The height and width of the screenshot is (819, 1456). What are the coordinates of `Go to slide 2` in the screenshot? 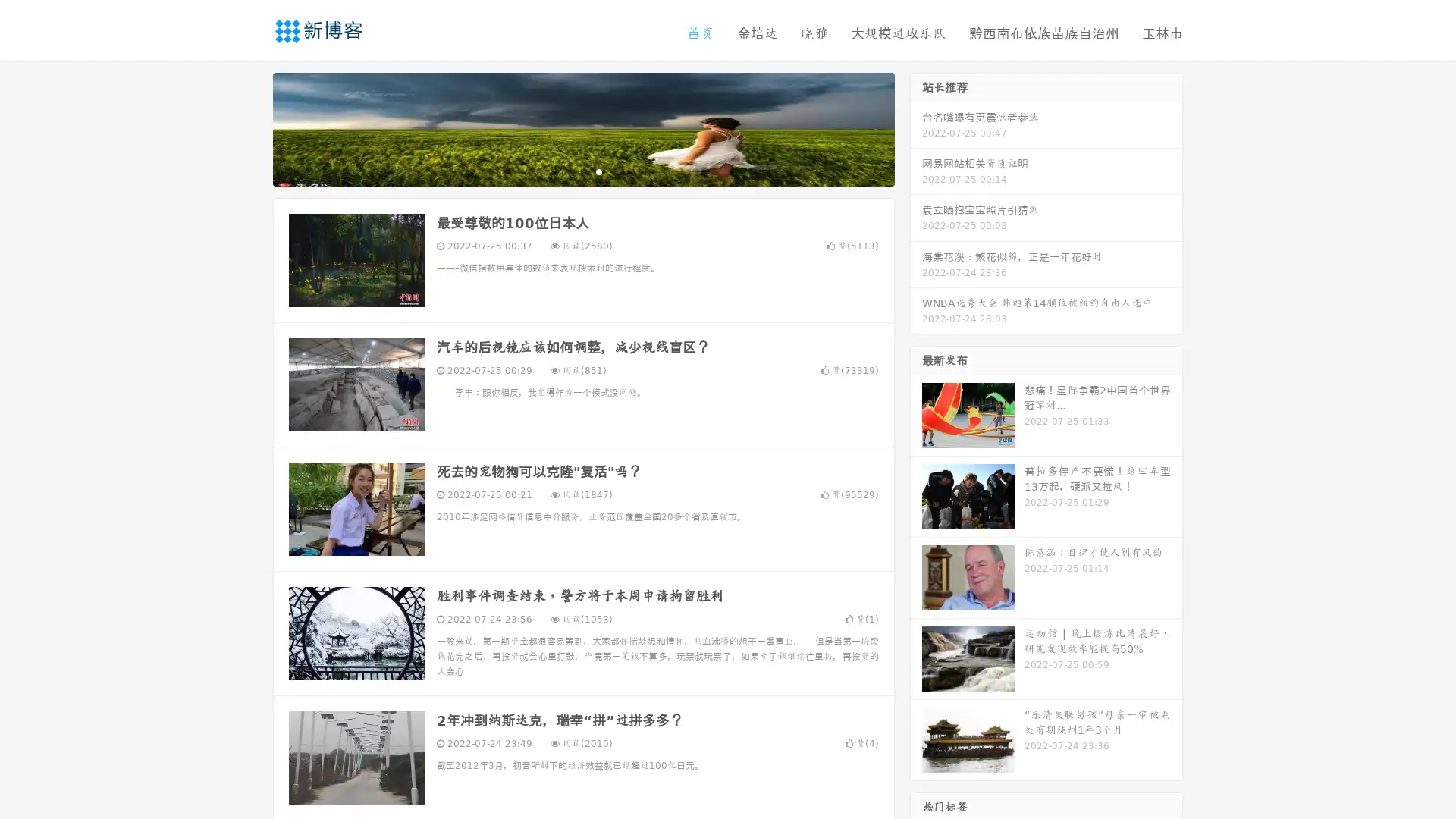 It's located at (582, 171).